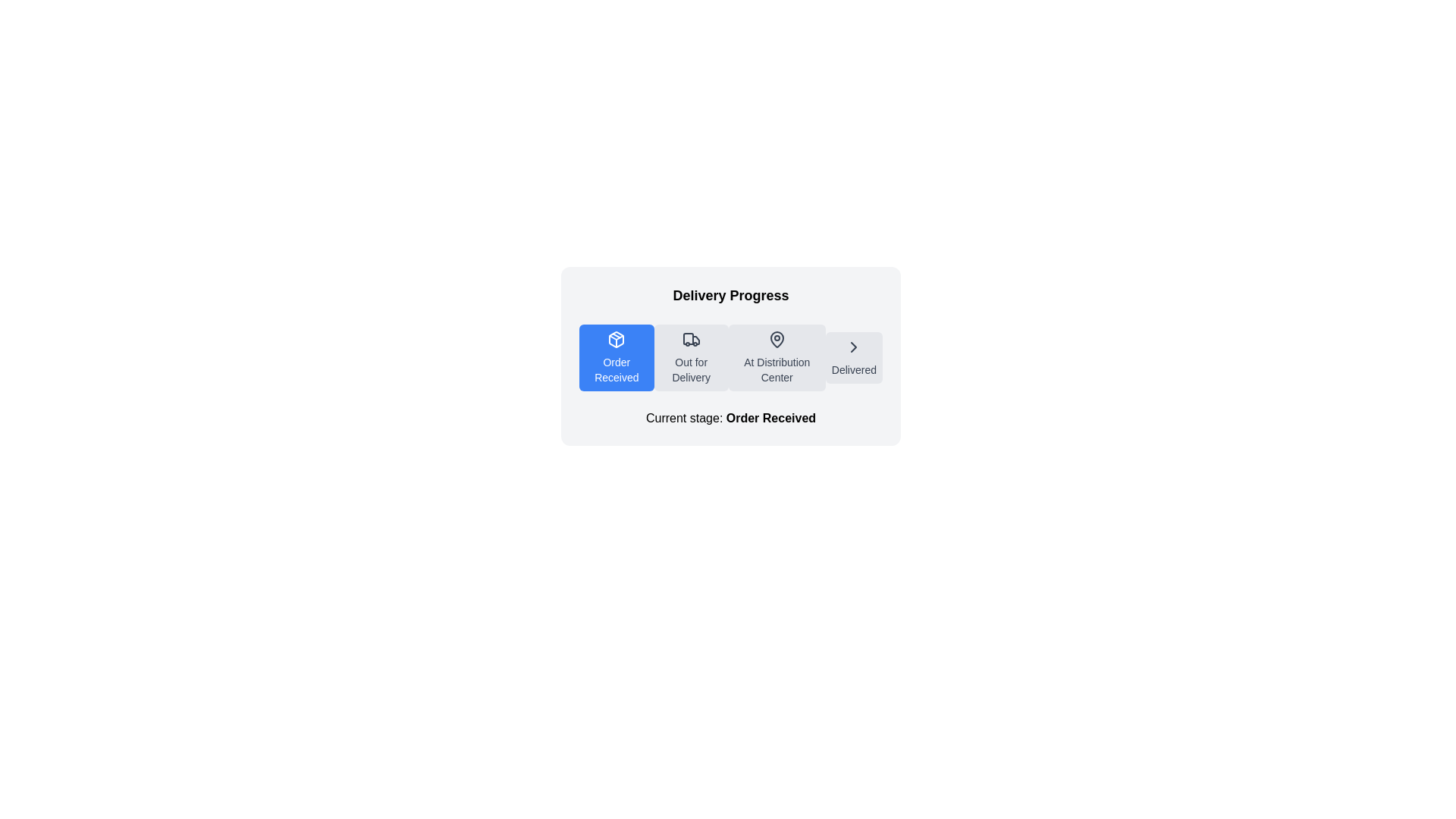  Describe the element at coordinates (854, 347) in the screenshot. I see `the SVG arrow icon indicating progression in the delivery stages, located on the far right side of the 'Delivered' stage, using keyboard input` at that location.